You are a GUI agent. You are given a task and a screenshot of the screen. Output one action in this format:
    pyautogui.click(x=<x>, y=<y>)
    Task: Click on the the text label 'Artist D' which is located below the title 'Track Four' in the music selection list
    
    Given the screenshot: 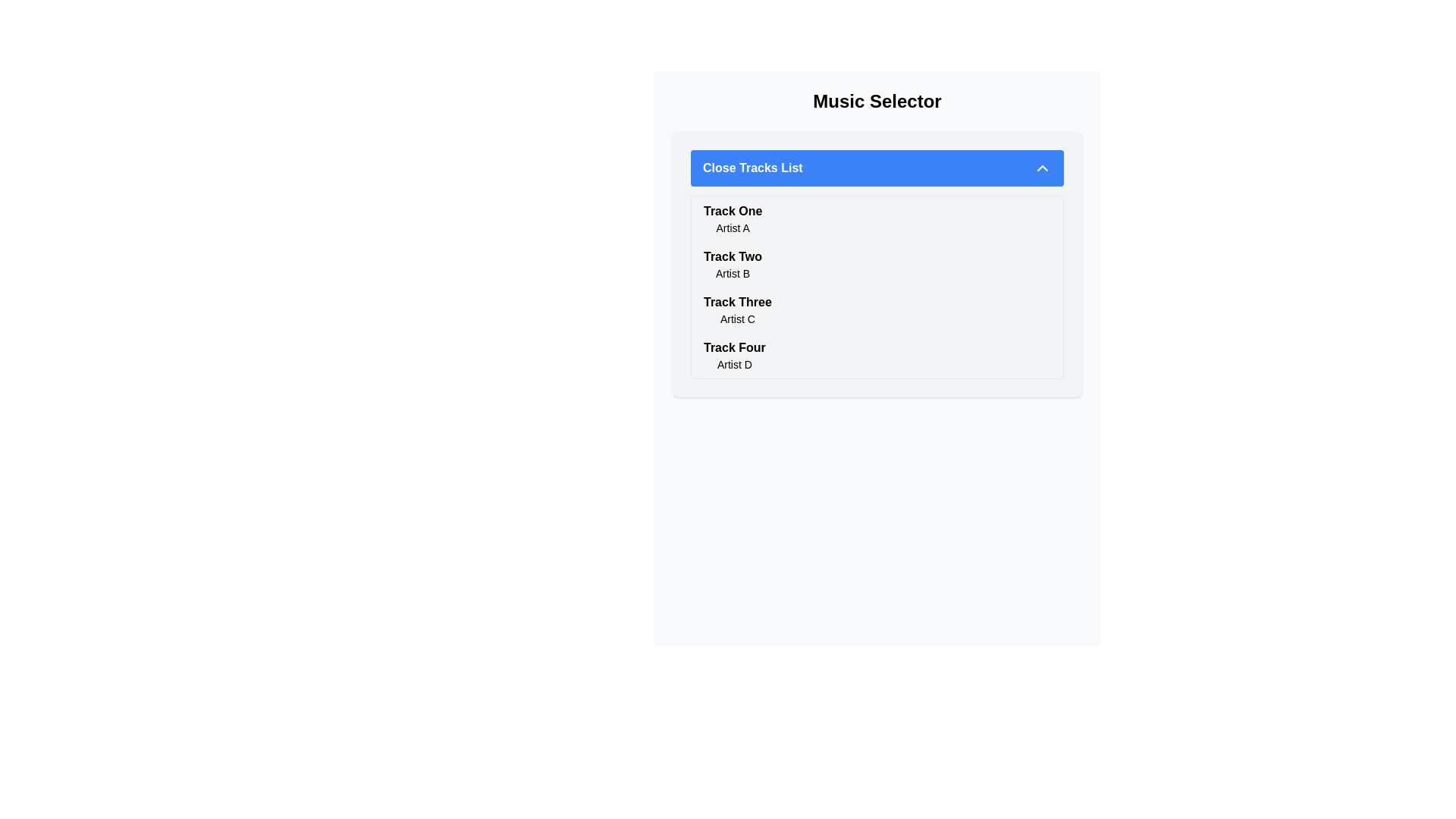 What is the action you would take?
    pyautogui.click(x=734, y=365)
    